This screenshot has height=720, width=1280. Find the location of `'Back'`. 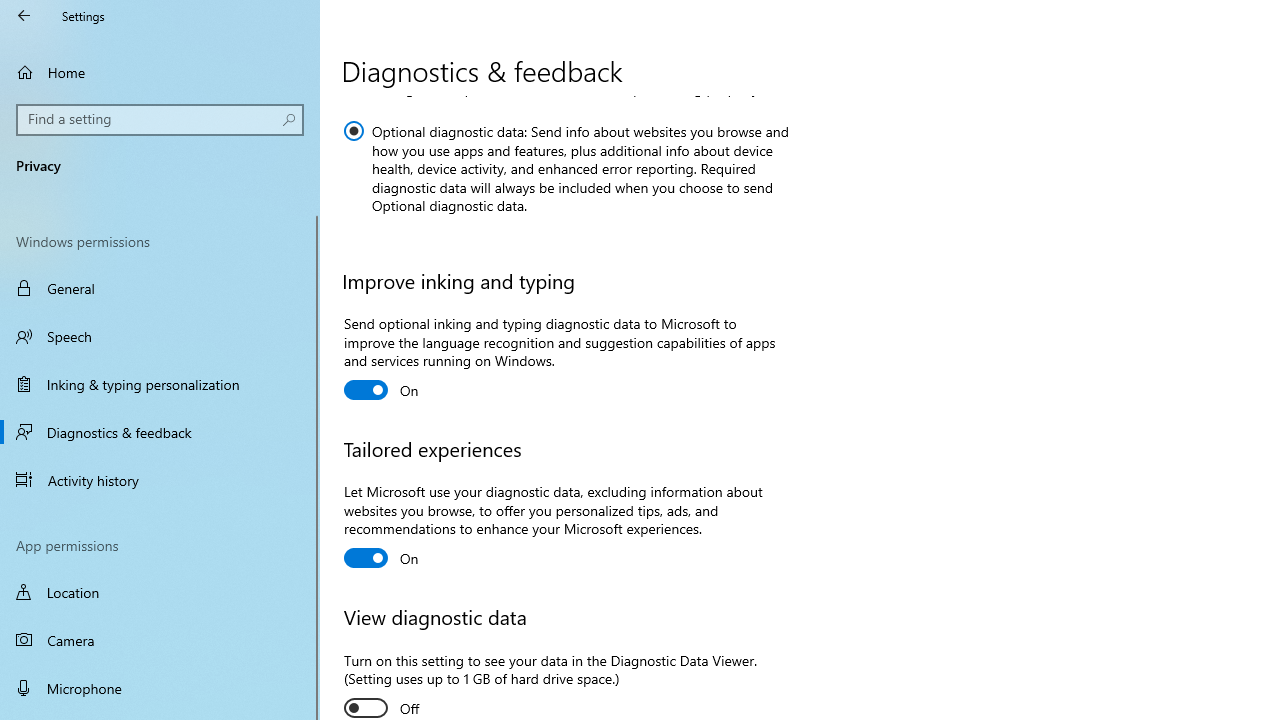

'Back' is located at coordinates (24, 15).